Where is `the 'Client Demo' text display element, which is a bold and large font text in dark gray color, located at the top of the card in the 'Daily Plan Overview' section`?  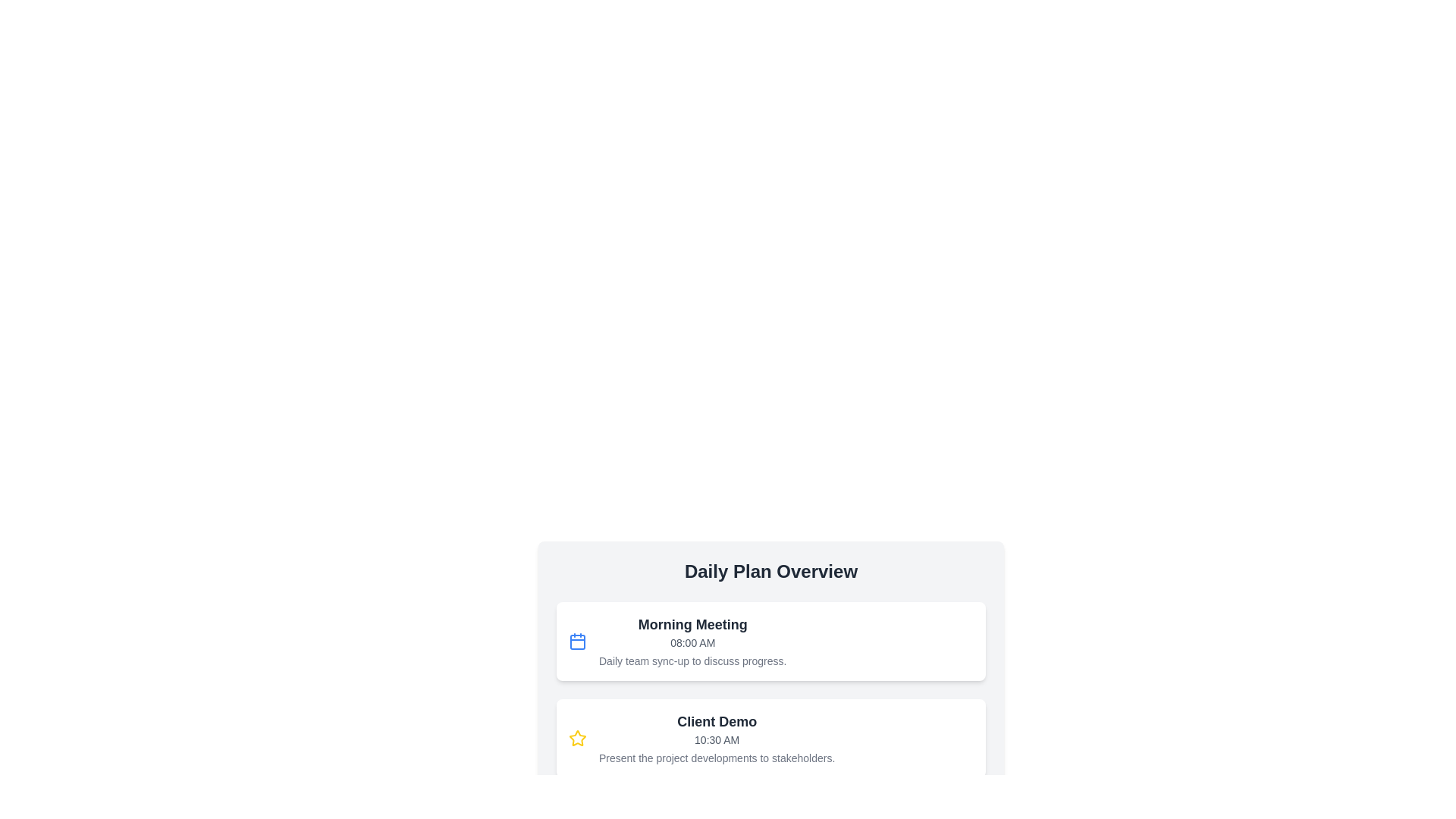 the 'Client Demo' text display element, which is a bold and large font text in dark gray color, located at the top of the card in the 'Daily Plan Overview' section is located at coordinates (716, 721).